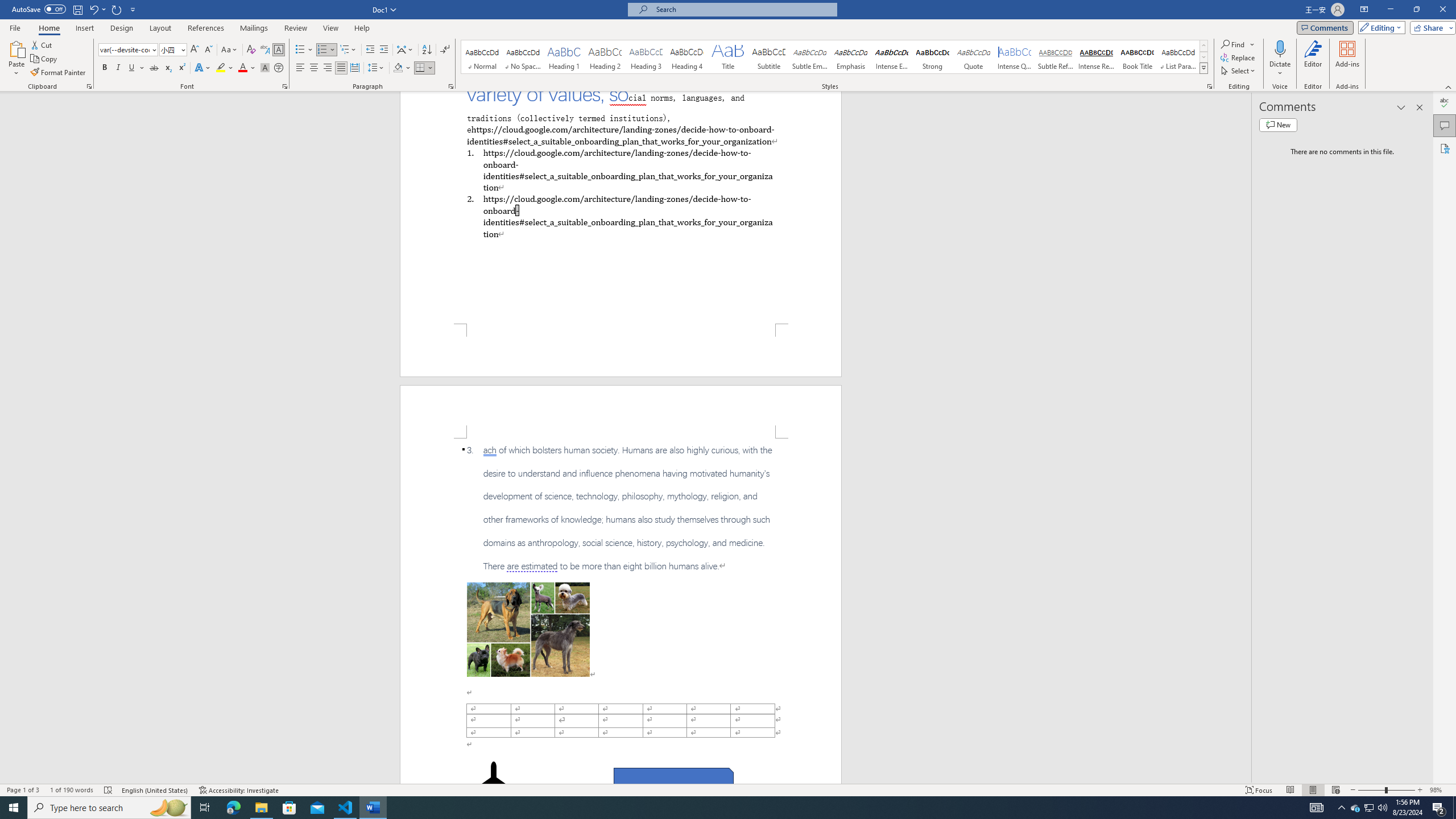  Describe the element at coordinates (621, 207) in the screenshot. I see `'Page 1 content'` at that location.